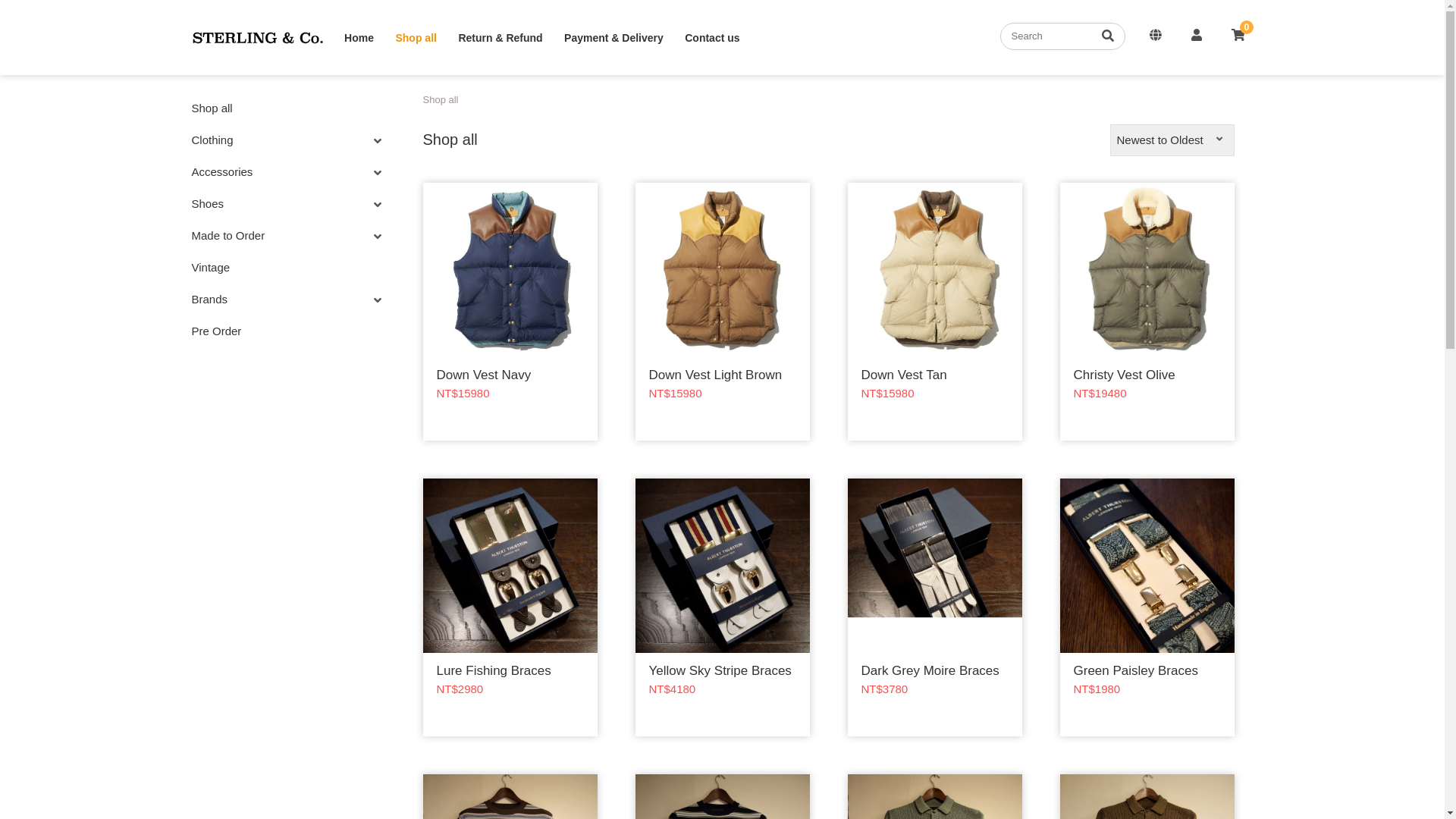 This screenshot has width=1456, height=819. What do you see at coordinates (500, 37) in the screenshot?
I see `'Return & Refund'` at bounding box center [500, 37].